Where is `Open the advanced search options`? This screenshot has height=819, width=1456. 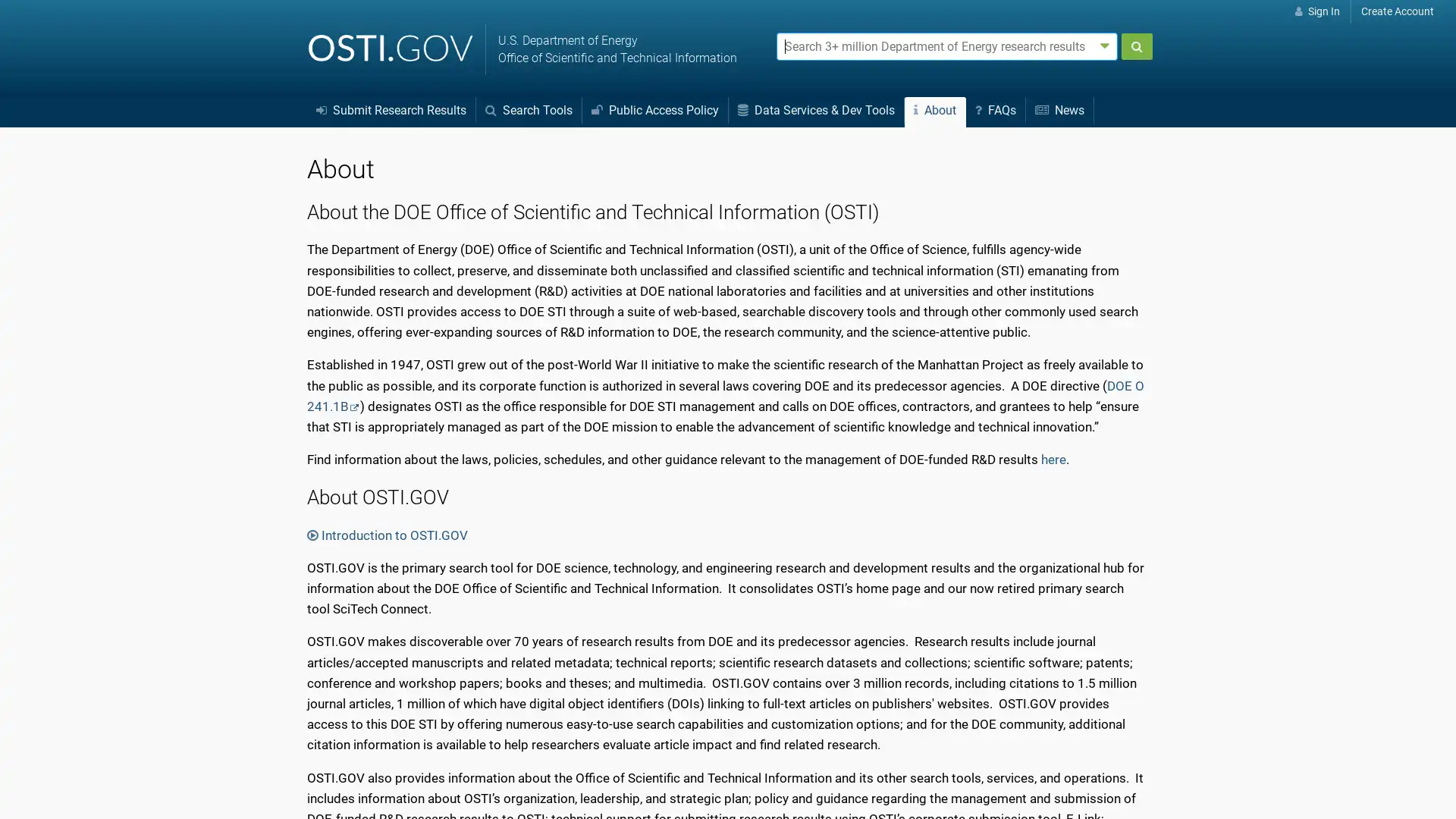 Open the advanced search options is located at coordinates (1105, 45).